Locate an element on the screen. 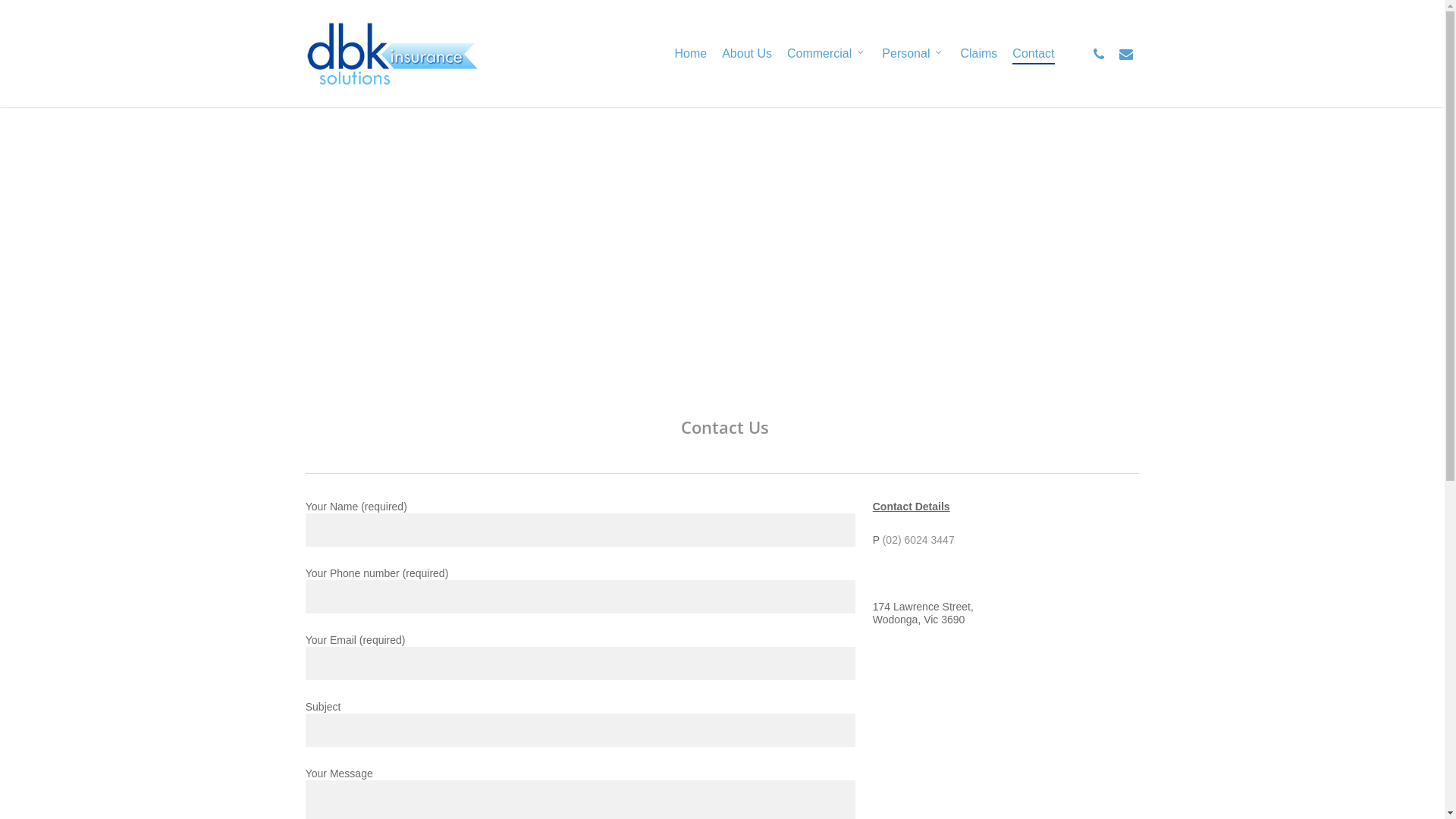  'Menu' is located at coordinates (1415, 8).